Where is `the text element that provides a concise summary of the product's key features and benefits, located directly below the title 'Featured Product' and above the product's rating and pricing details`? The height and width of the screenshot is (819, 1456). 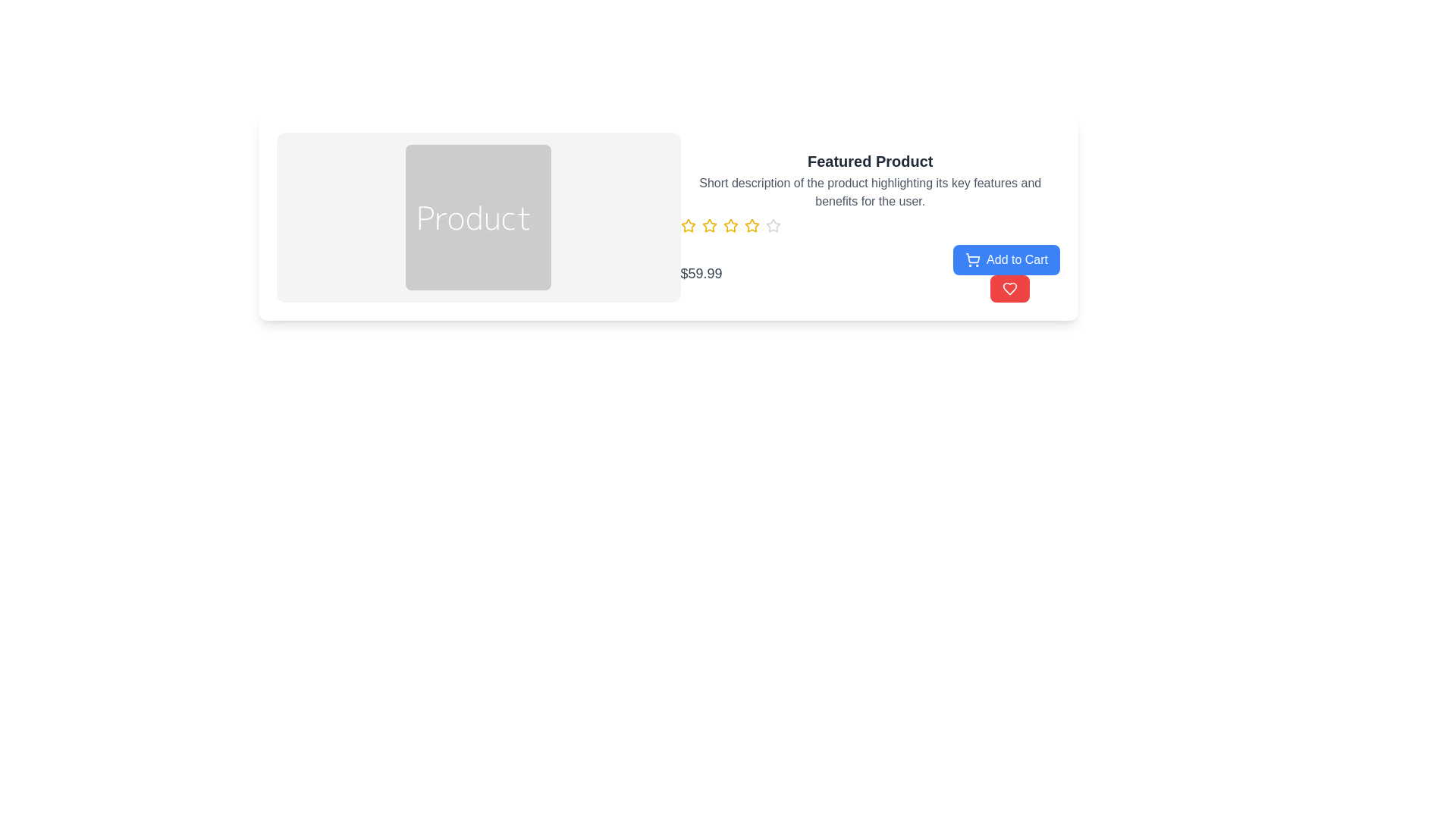
the text element that provides a concise summary of the product's key features and benefits, located directly below the title 'Featured Product' and above the product's rating and pricing details is located at coordinates (870, 191).